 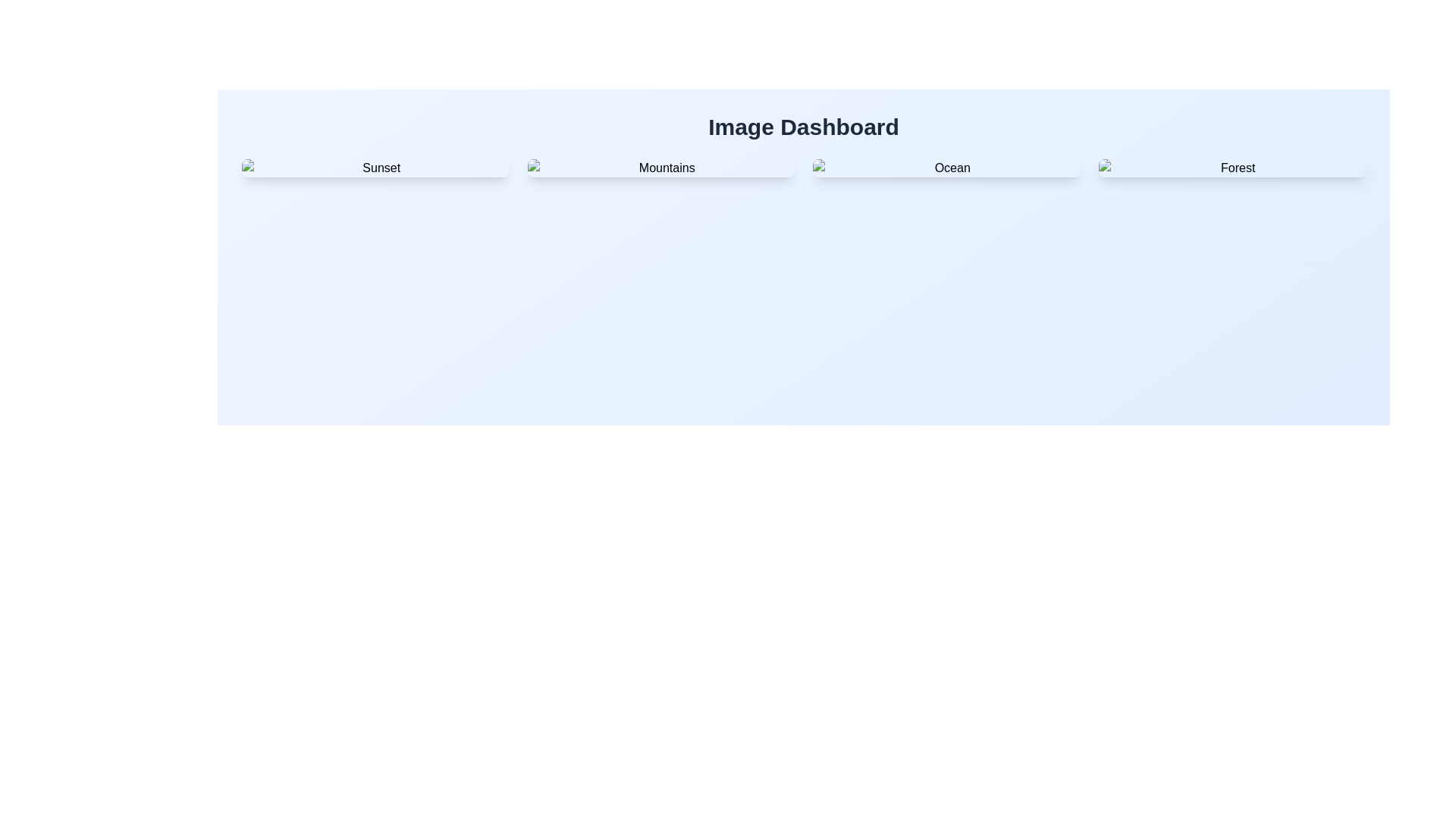 What do you see at coordinates (661, 168) in the screenshot?
I see `the 'Mountains' card, which is the second card in a horizontal list of four cards` at bounding box center [661, 168].